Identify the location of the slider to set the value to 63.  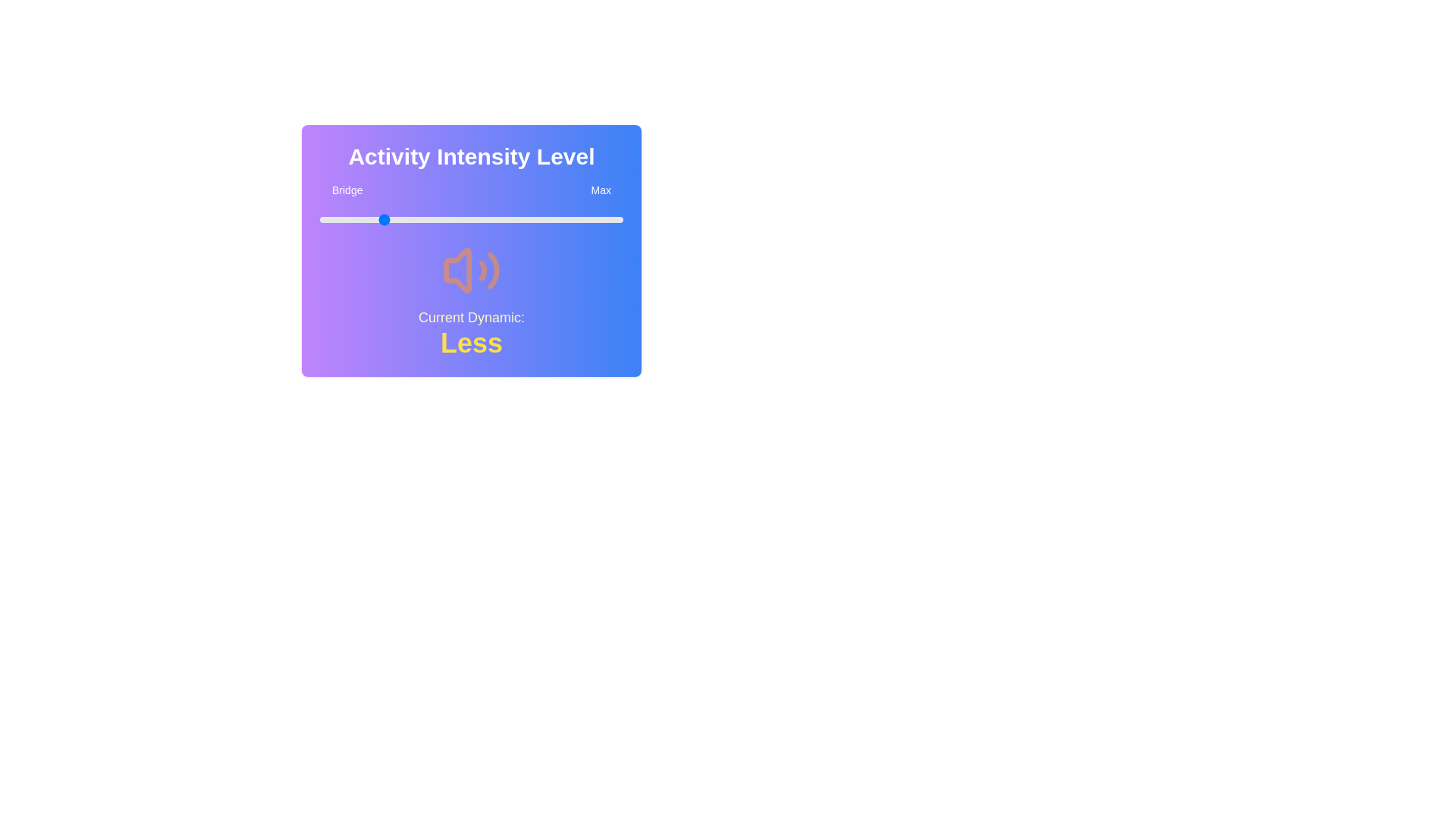
(510, 219).